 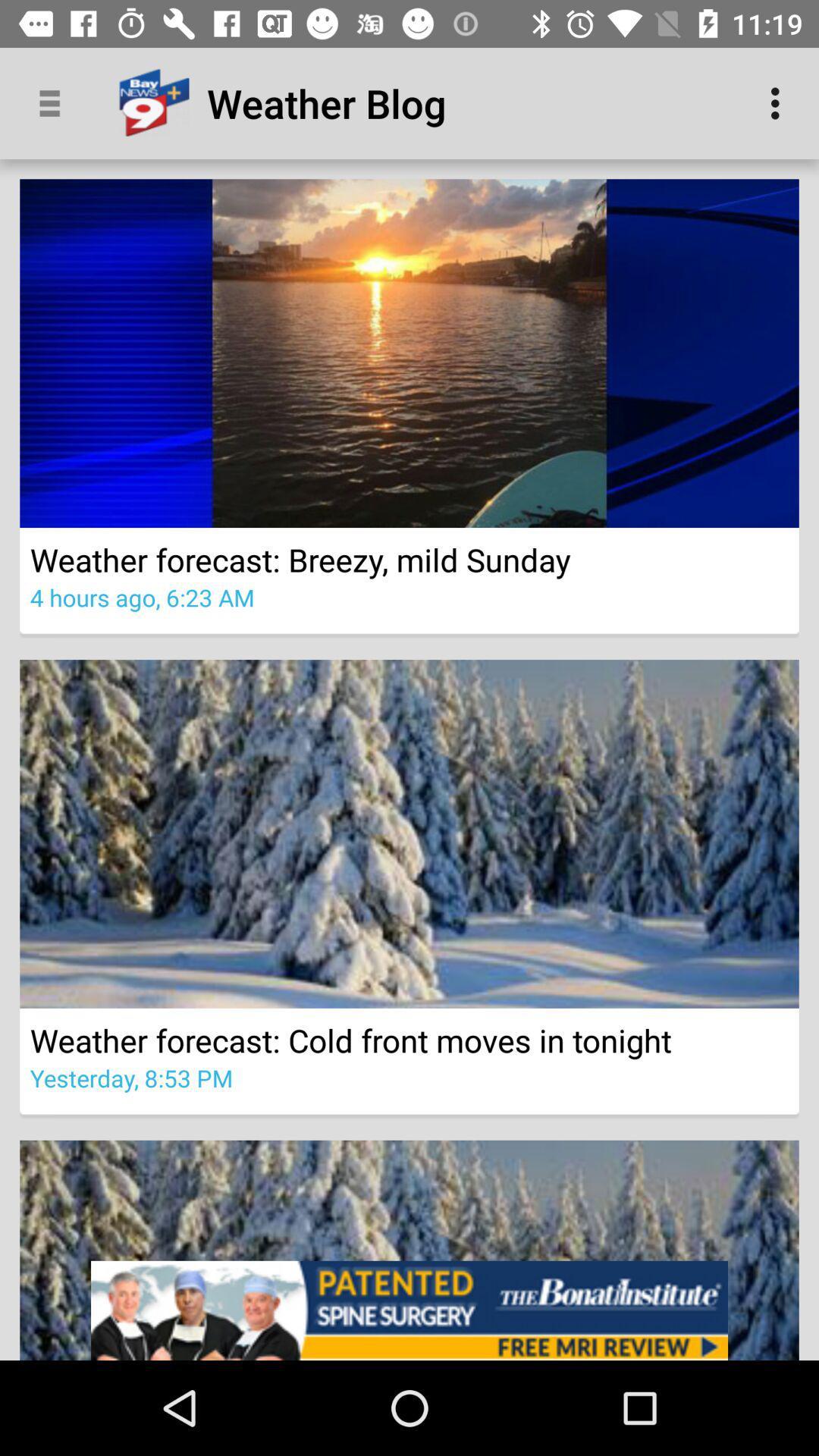 I want to click on advertisement banner, so click(x=409, y=1310).